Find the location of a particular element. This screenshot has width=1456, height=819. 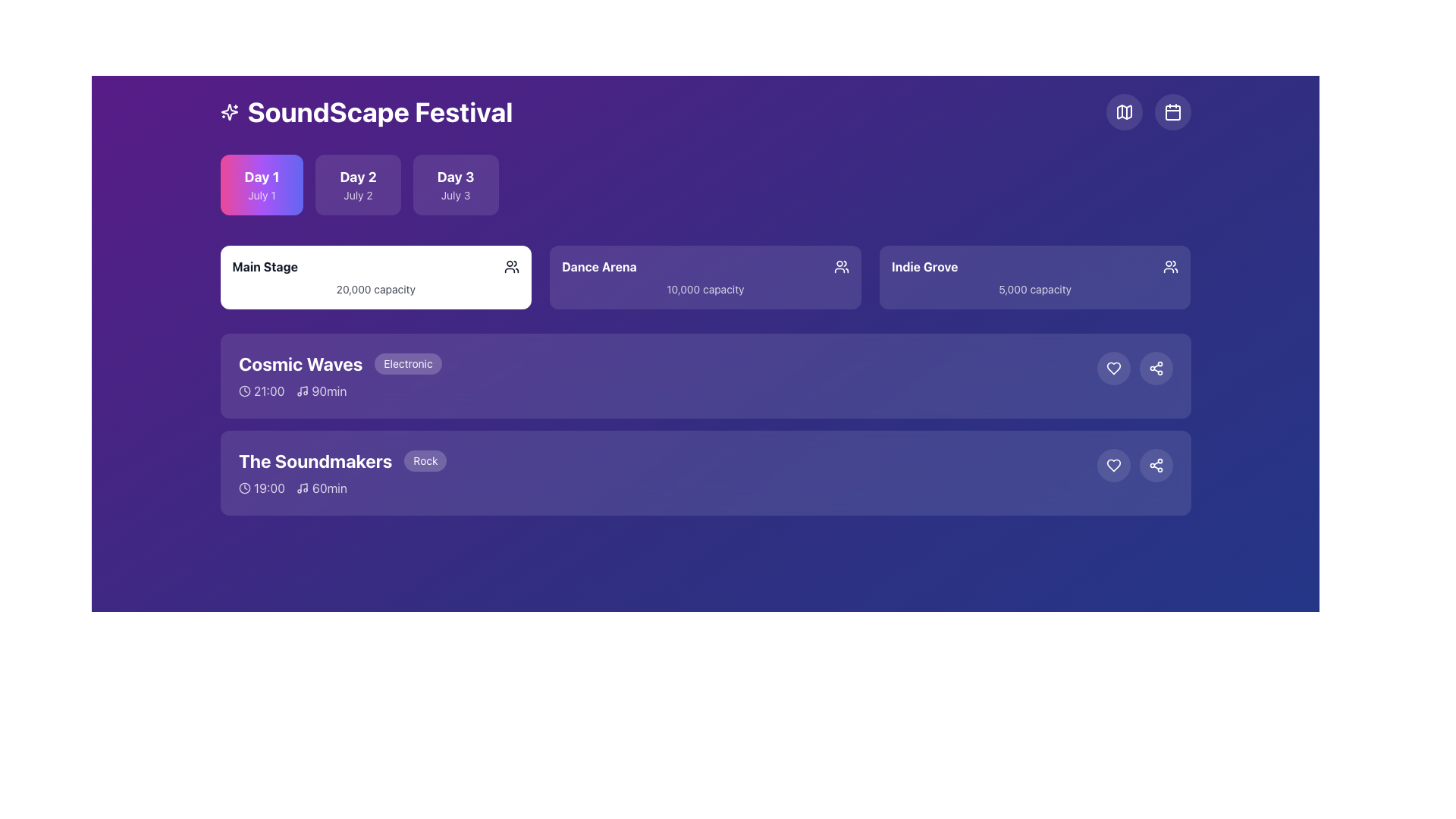

the visual details of the clock icon, which is a minimalistic circular design with a clock hand, located to the left of the text '21:00' in the performance information block aligned with 'Cosmic Waves' is located at coordinates (244, 391).